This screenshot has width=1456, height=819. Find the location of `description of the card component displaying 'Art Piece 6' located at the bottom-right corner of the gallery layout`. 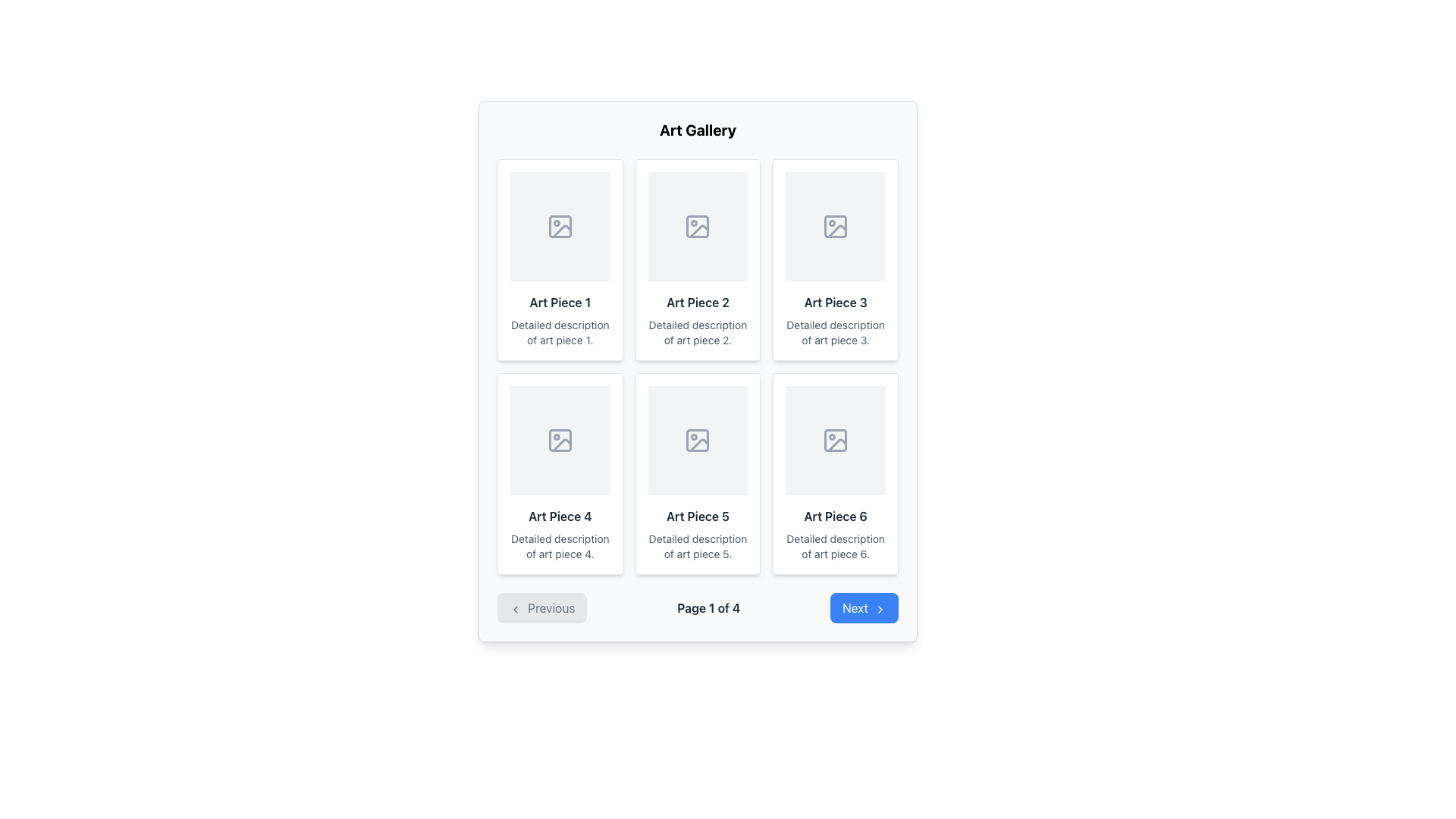

description of the card component displaying 'Art Piece 6' located at the bottom-right corner of the gallery layout is located at coordinates (835, 472).